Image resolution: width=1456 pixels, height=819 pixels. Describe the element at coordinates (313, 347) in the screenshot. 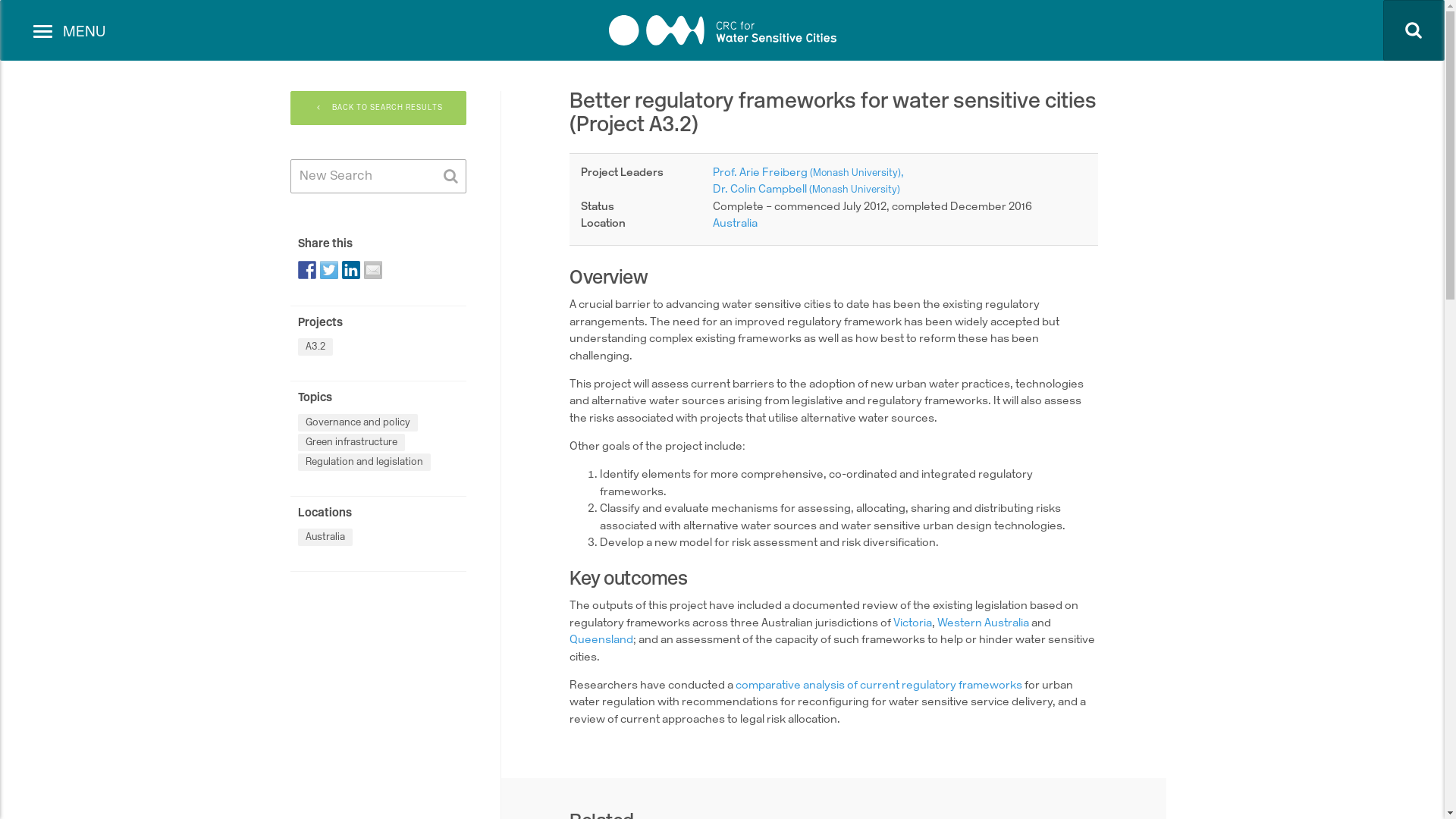

I see `'A3.2'` at that location.